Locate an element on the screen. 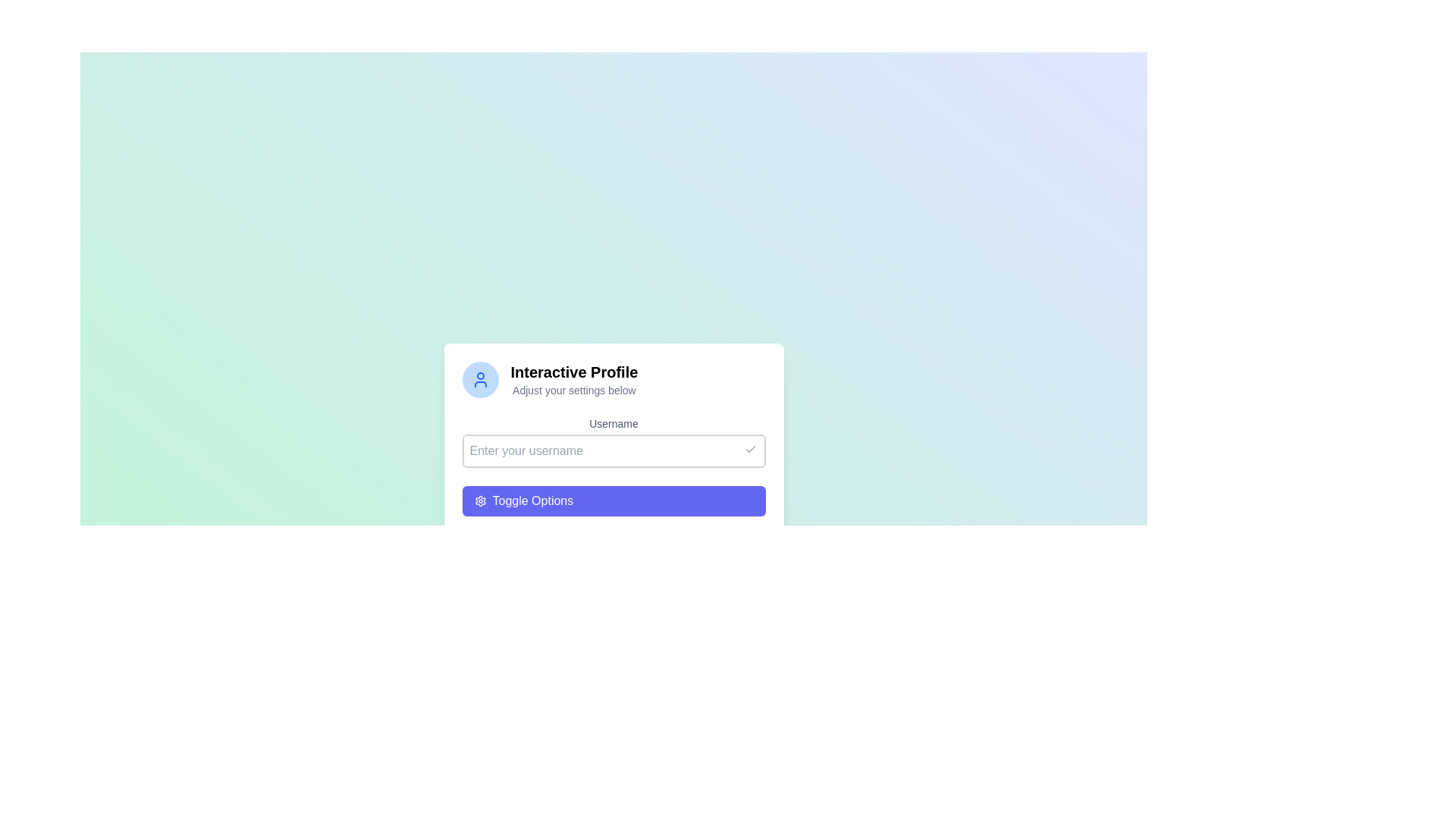  descriptive text below the 'Toggle Options' button in the section group, which has a blue rectangular background and contains additional settings information is located at coordinates (613, 522).